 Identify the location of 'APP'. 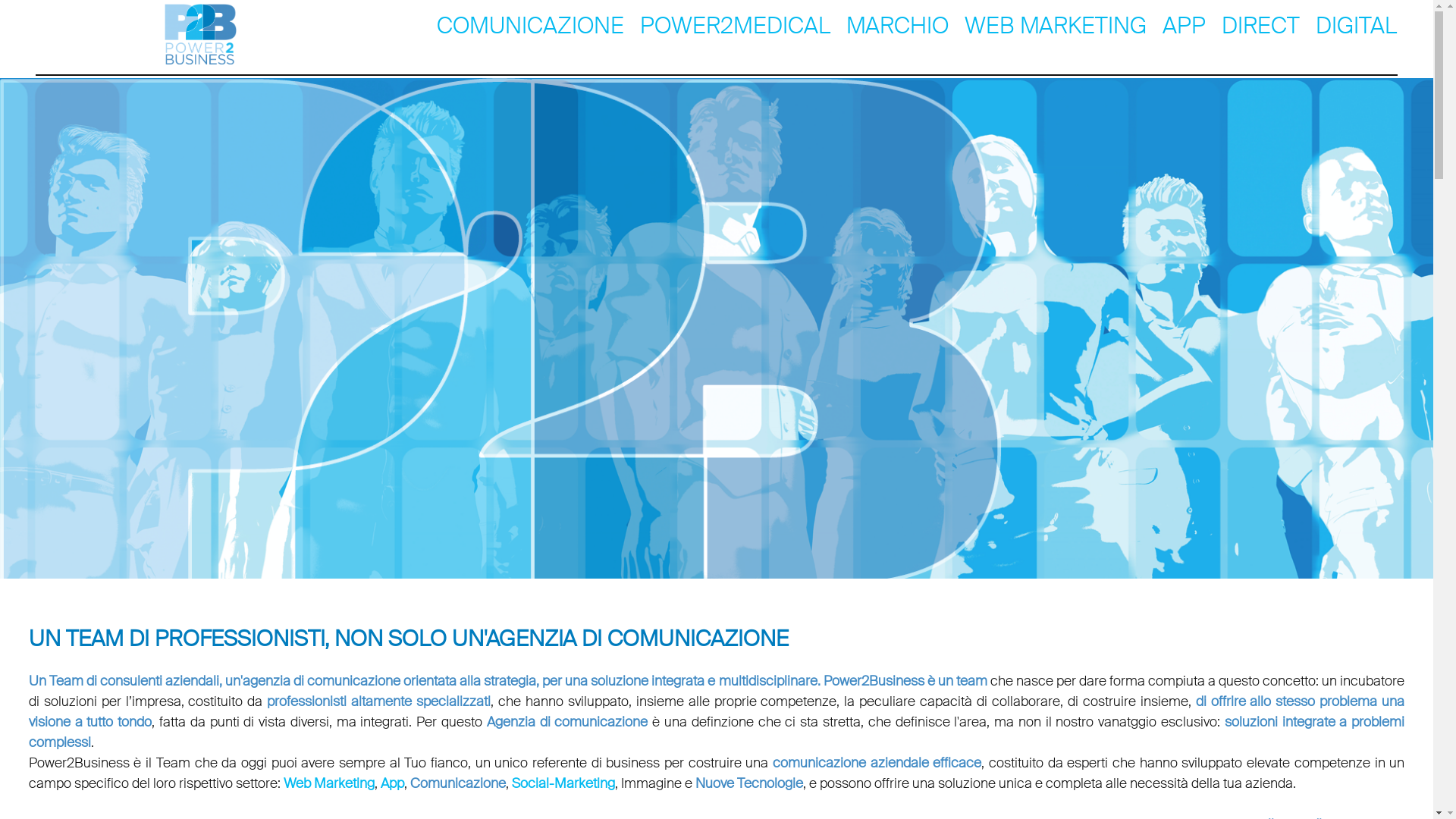
(1183, 24).